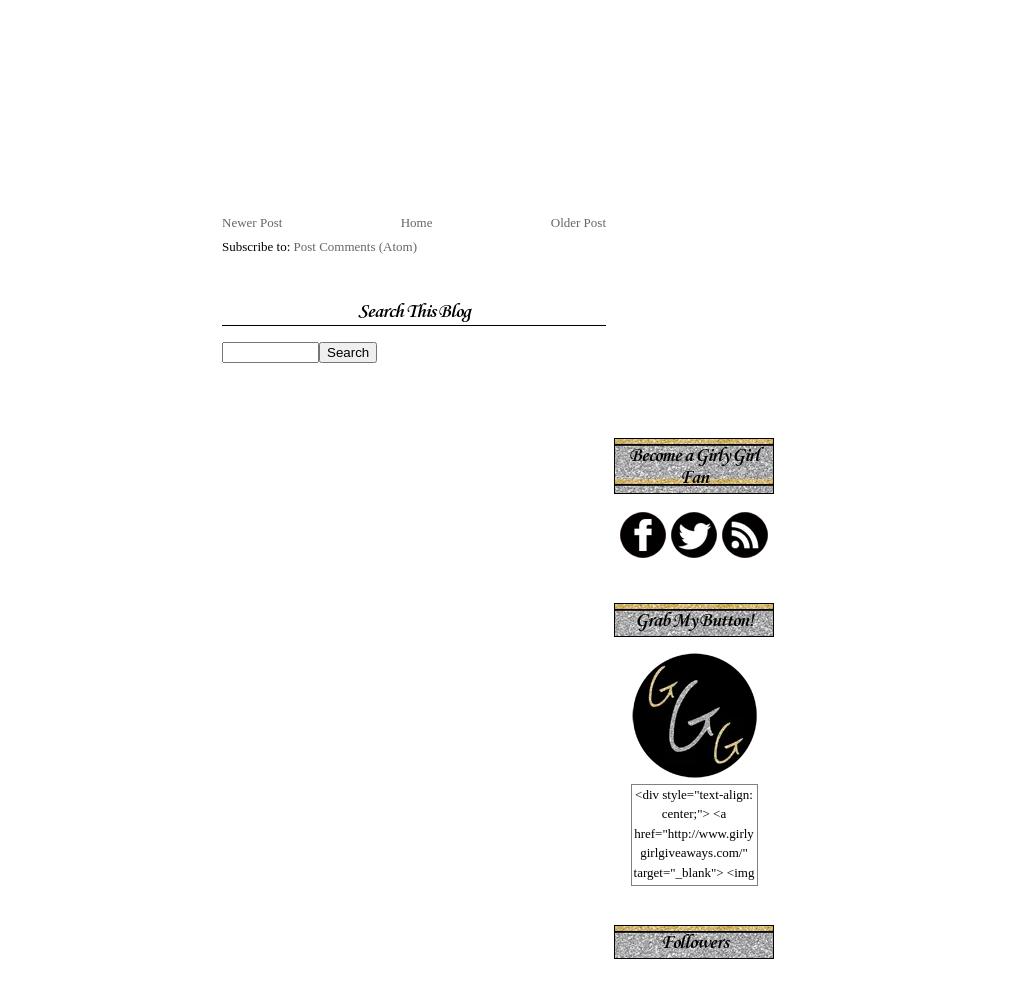 The image size is (1024, 1003). What do you see at coordinates (577, 221) in the screenshot?
I see `'Older Post'` at bounding box center [577, 221].